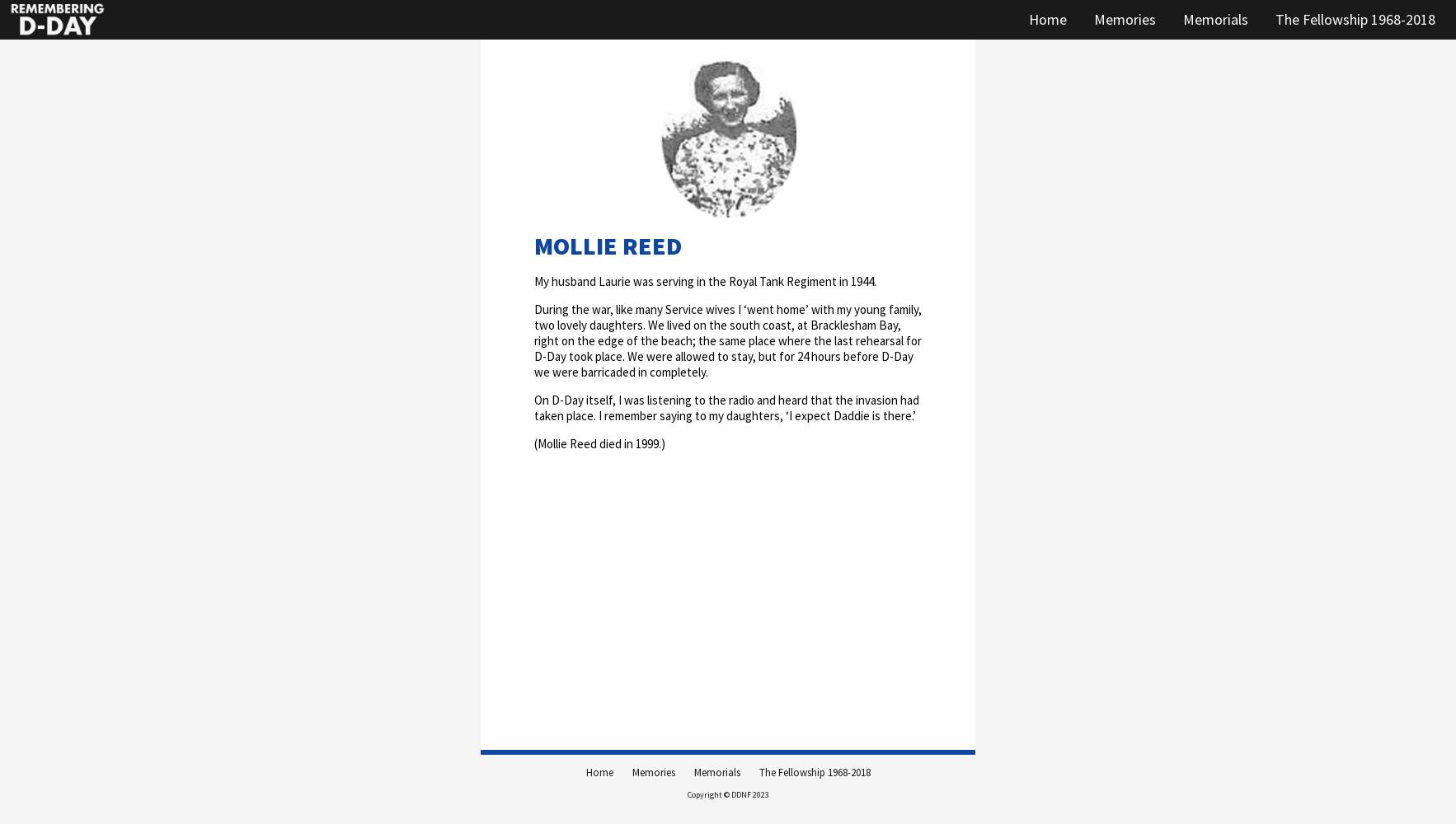  Describe the element at coordinates (533, 280) in the screenshot. I see `'My husband Laurie was serving in the Royal Tank Regiment in 1944.'` at that location.